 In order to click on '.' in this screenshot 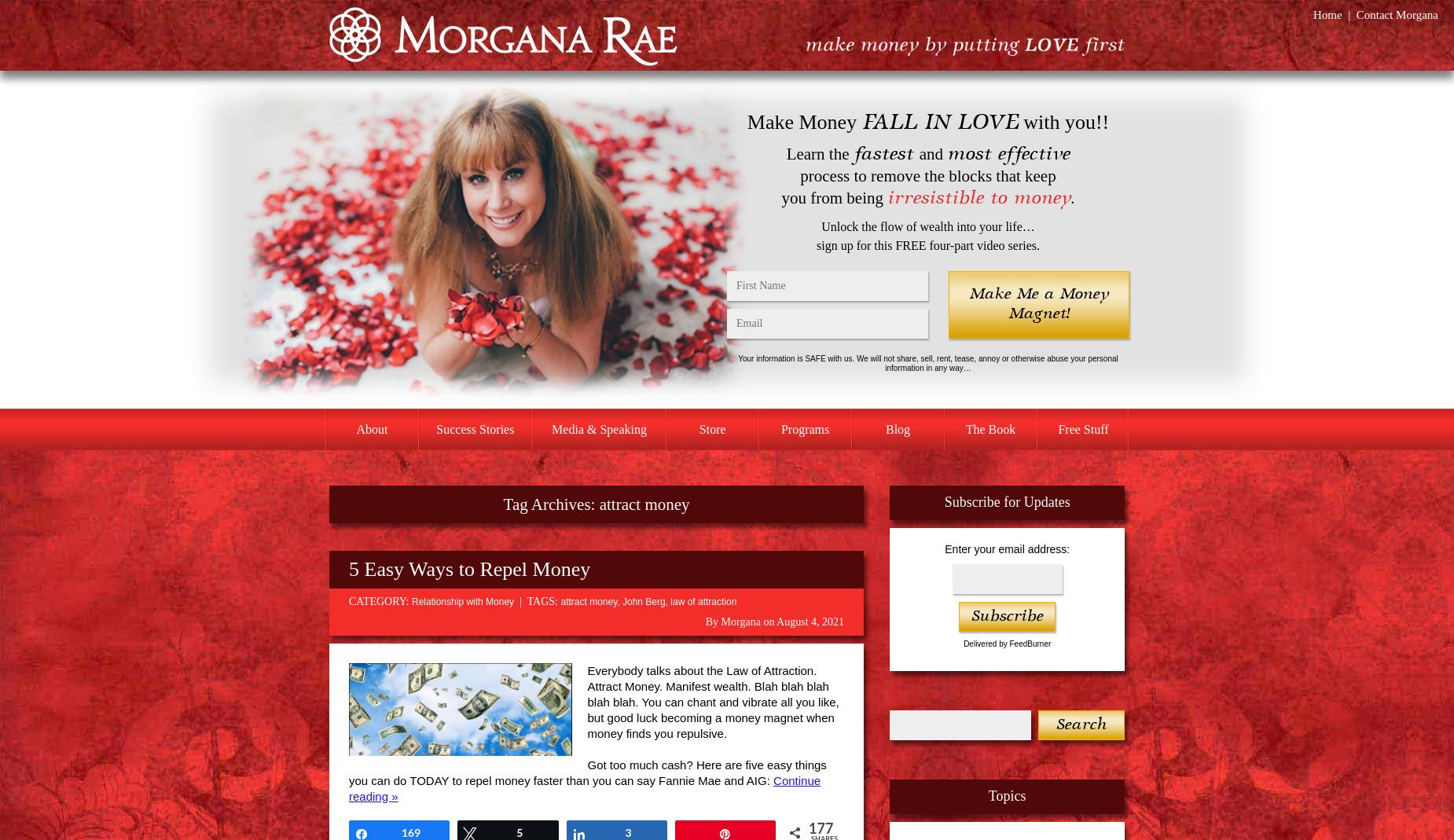, I will do `click(1071, 196)`.